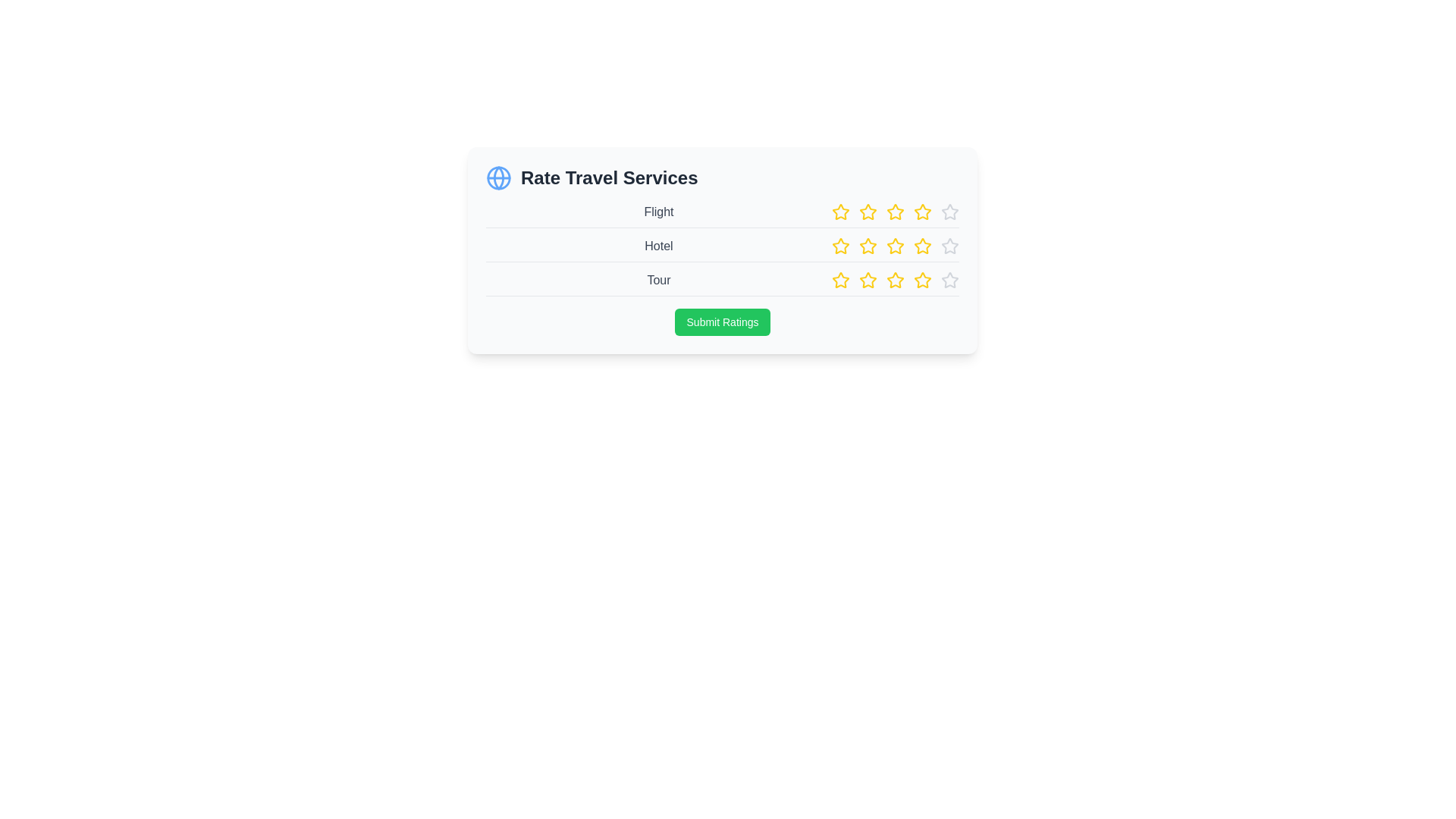 Image resolution: width=1456 pixels, height=819 pixels. I want to click on the second star icon in the 'Flight' rating row, so click(868, 212).